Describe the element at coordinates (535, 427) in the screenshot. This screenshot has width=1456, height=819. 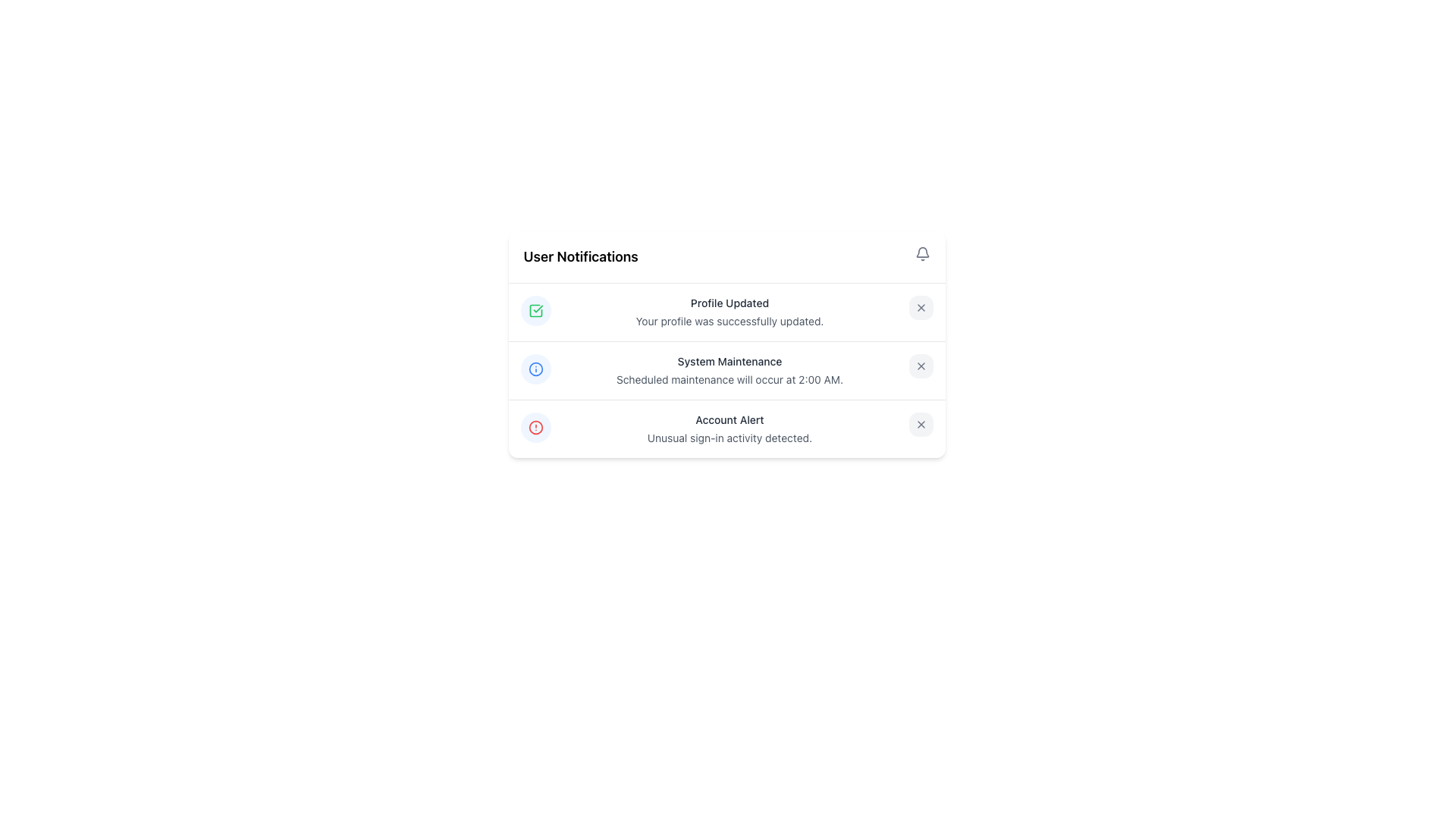
I see `the circular alert icon with a thin red border, located centrally within the 'Account Alert' notification in the User Notifications section` at that location.